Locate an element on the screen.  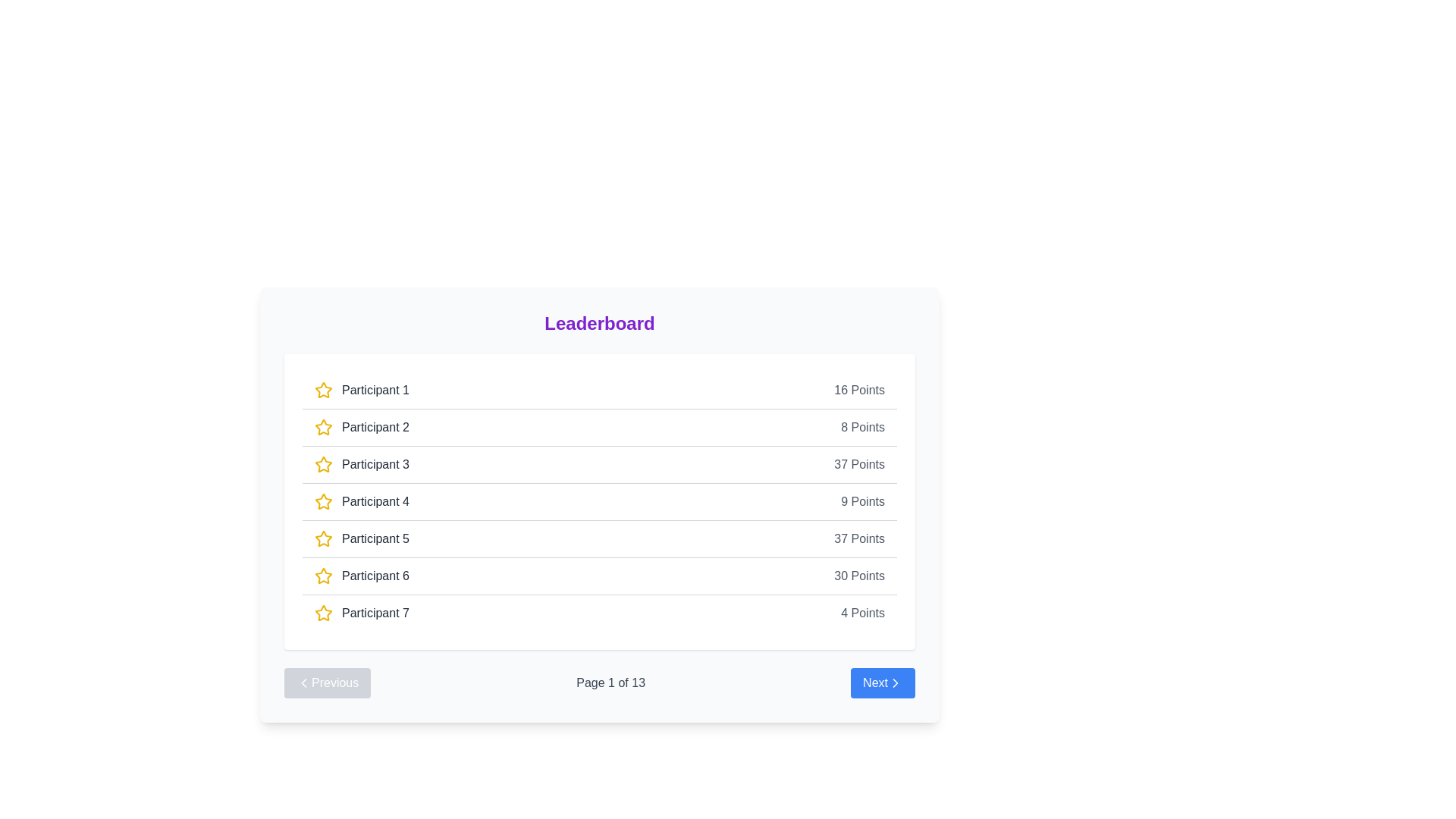
the rating or highlight marker icon associated with the label 'Participant 2', which is positioned to the left of the text label is located at coordinates (323, 427).